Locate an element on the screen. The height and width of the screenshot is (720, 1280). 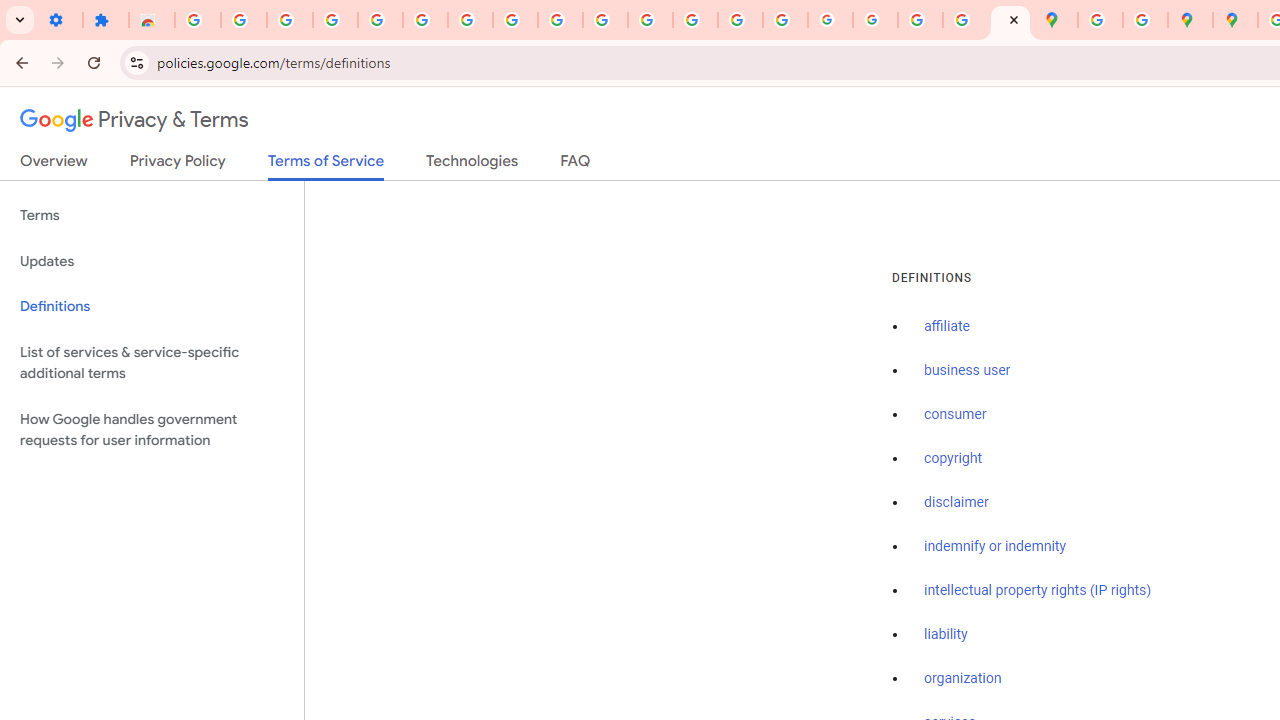
'Back' is located at coordinates (19, 61).